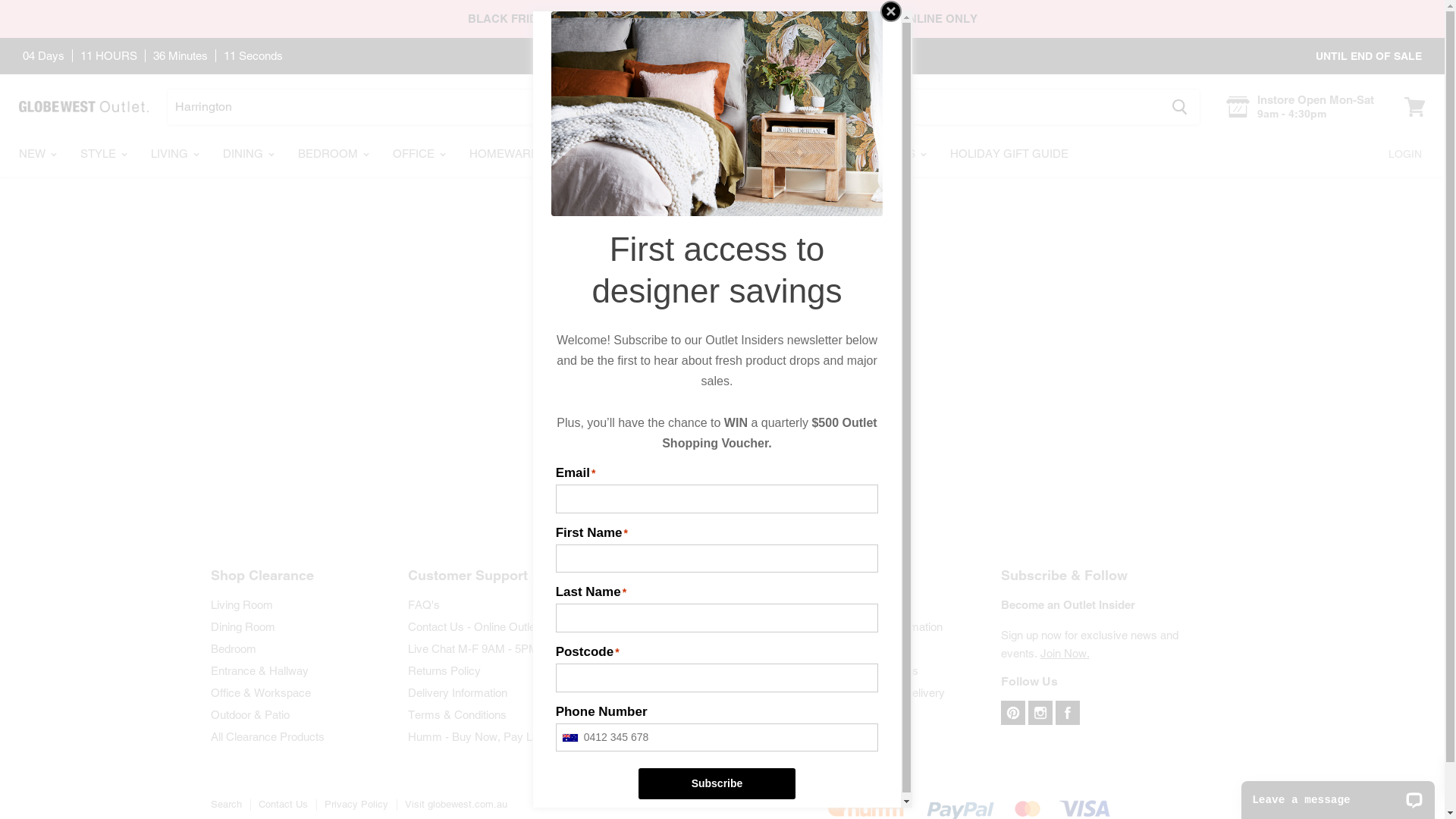  What do you see at coordinates (250, 714) in the screenshot?
I see `'Outdoor & Patio'` at bounding box center [250, 714].